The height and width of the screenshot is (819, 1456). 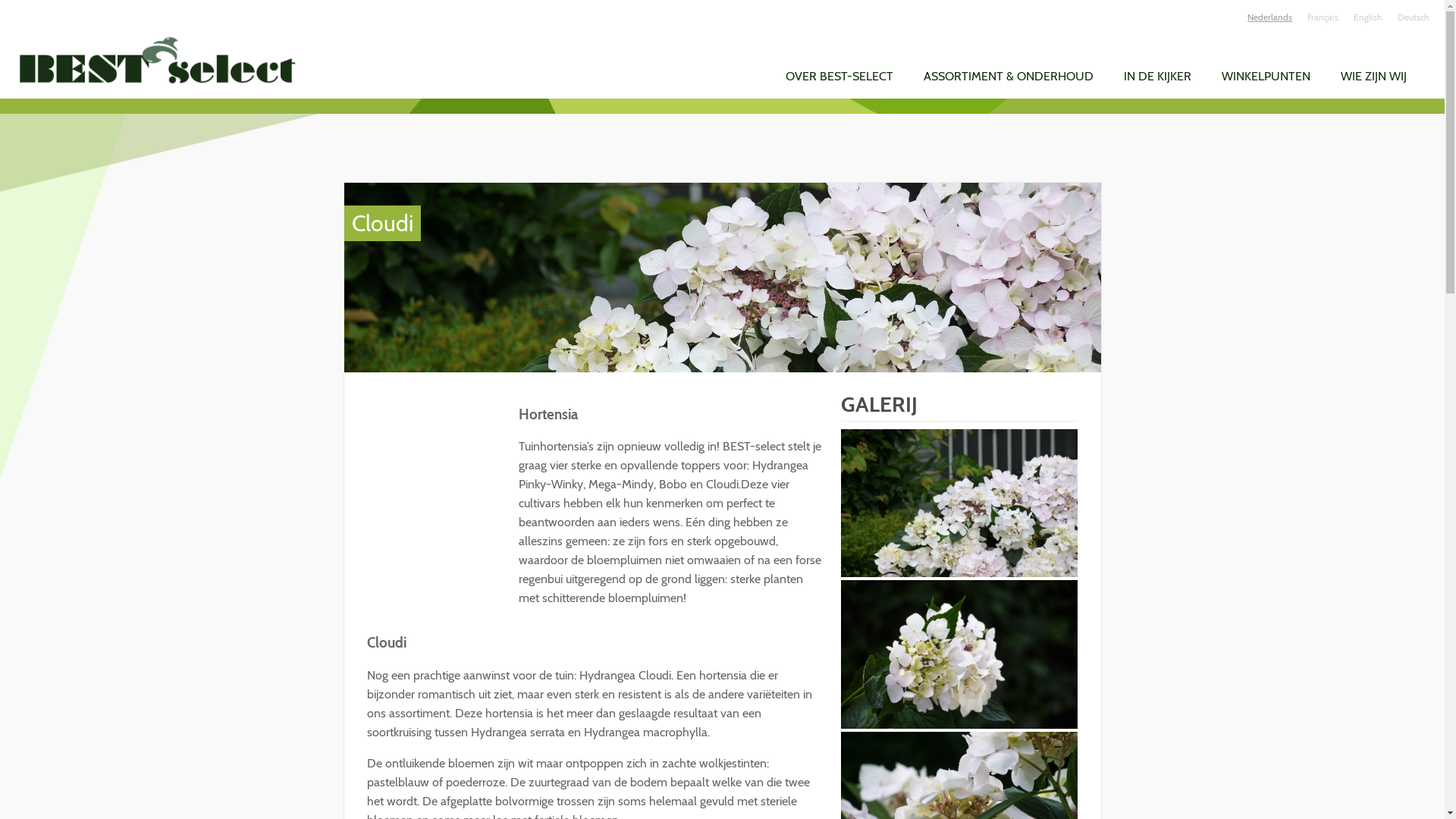 What do you see at coordinates (839, 76) in the screenshot?
I see `'OVER BEST-SELECT'` at bounding box center [839, 76].